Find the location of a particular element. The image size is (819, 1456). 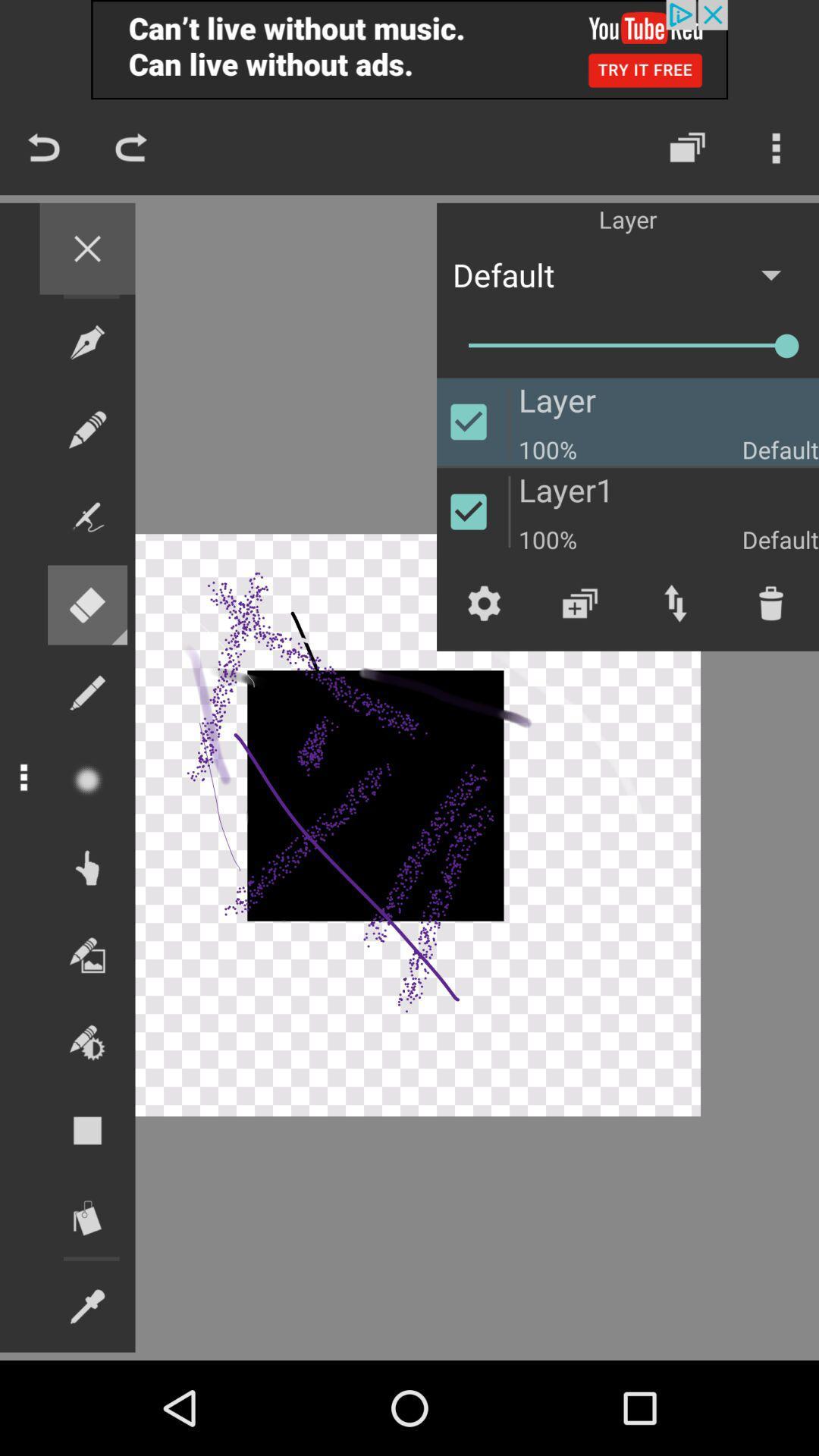

the wallpaper icon is located at coordinates (87, 954).